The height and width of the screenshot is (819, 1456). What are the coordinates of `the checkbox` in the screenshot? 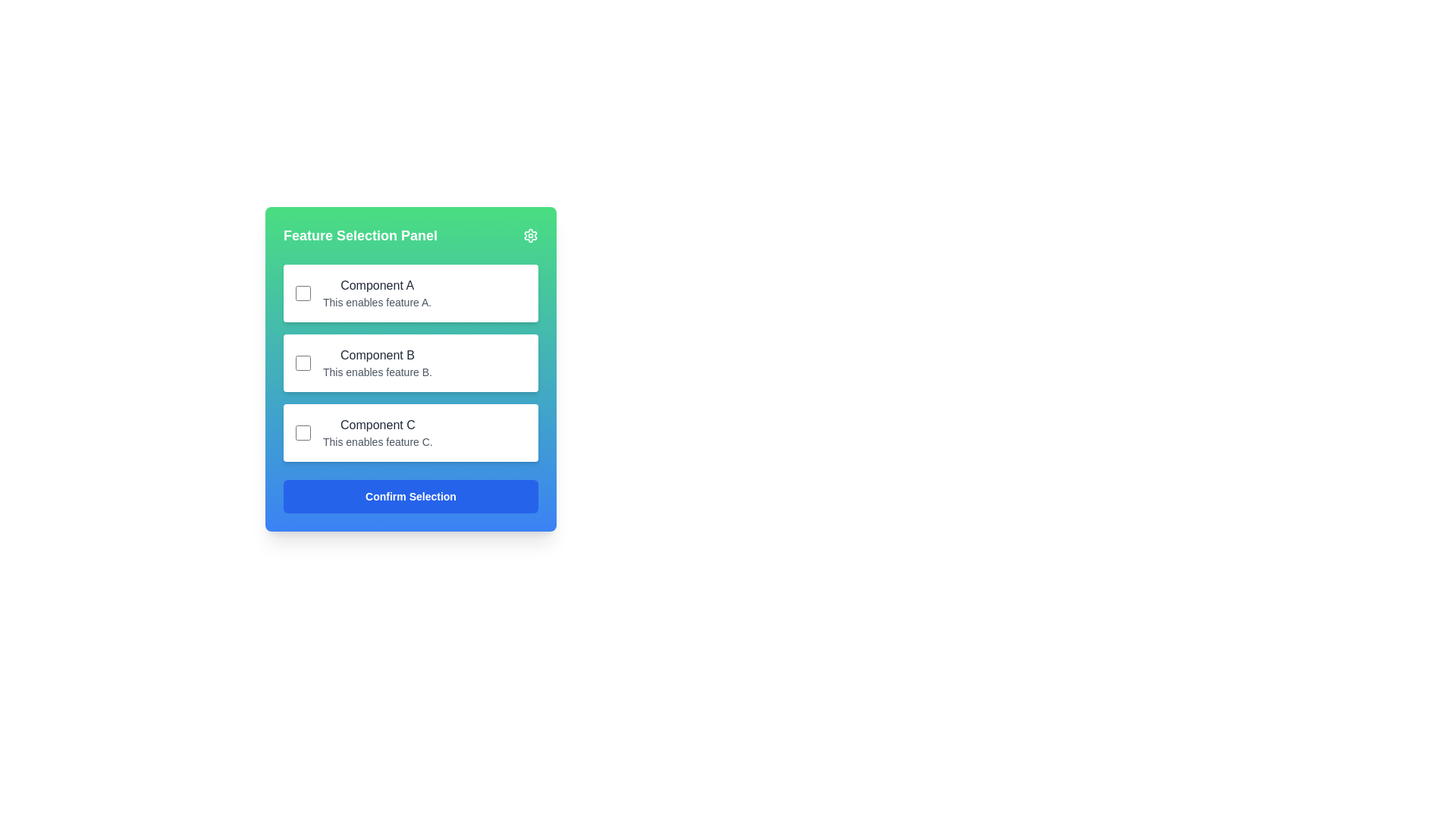 It's located at (303, 362).